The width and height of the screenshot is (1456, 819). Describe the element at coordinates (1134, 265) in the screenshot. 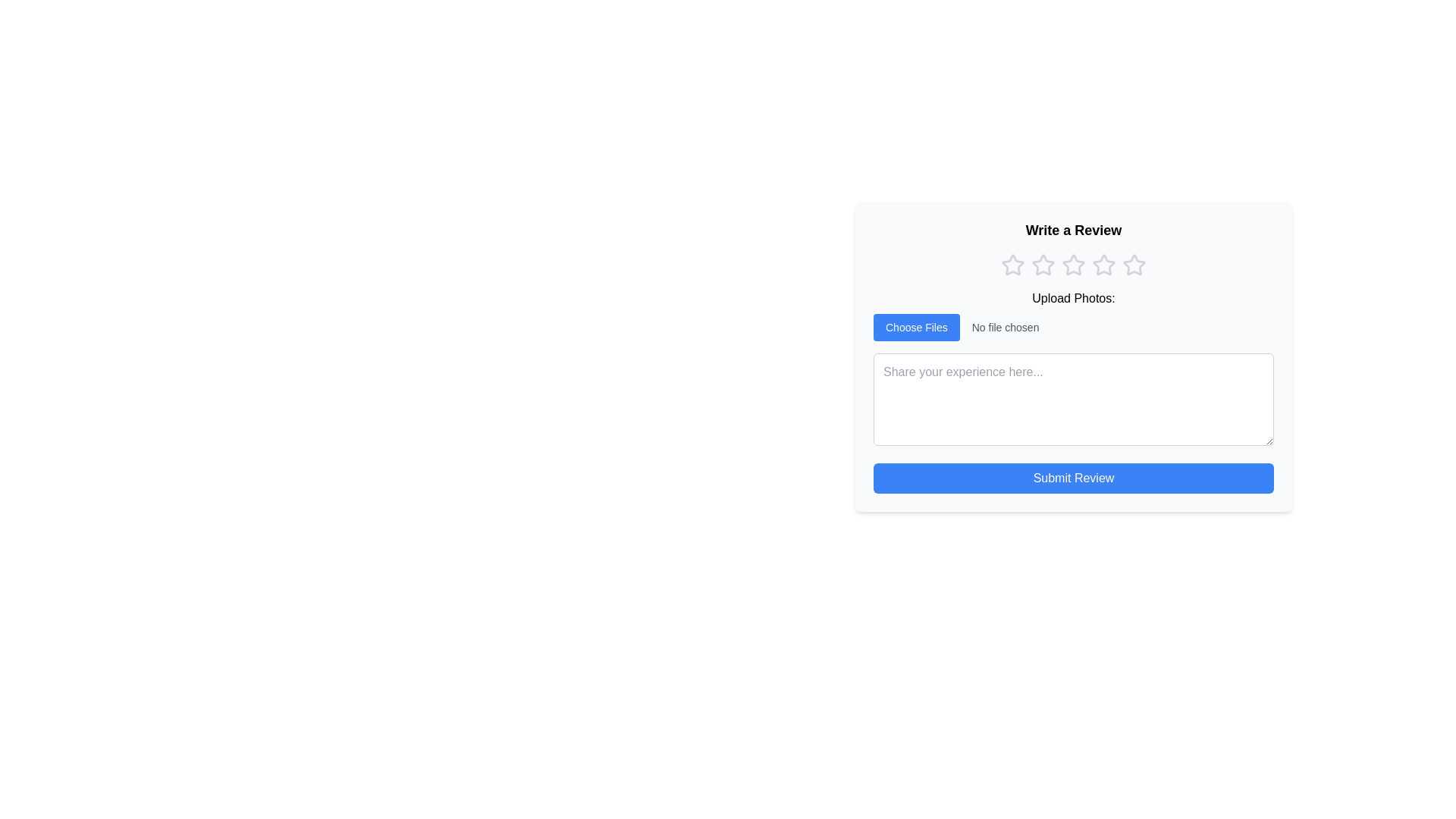

I see `the fifth gray star icon in the star rating widget` at that location.